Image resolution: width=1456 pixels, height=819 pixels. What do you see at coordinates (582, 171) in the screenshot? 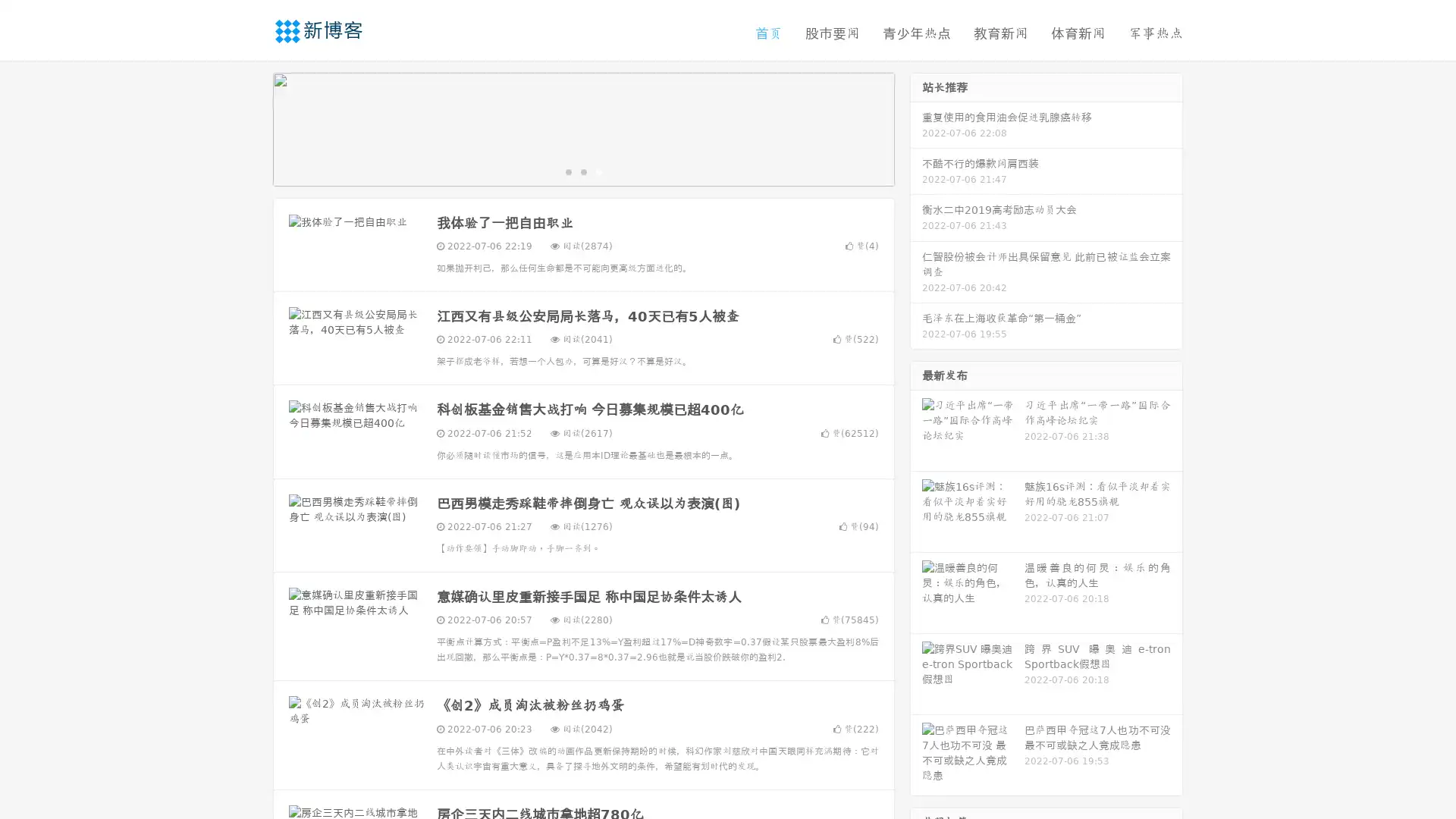
I see `Go to slide 2` at bounding box center [582, 171].